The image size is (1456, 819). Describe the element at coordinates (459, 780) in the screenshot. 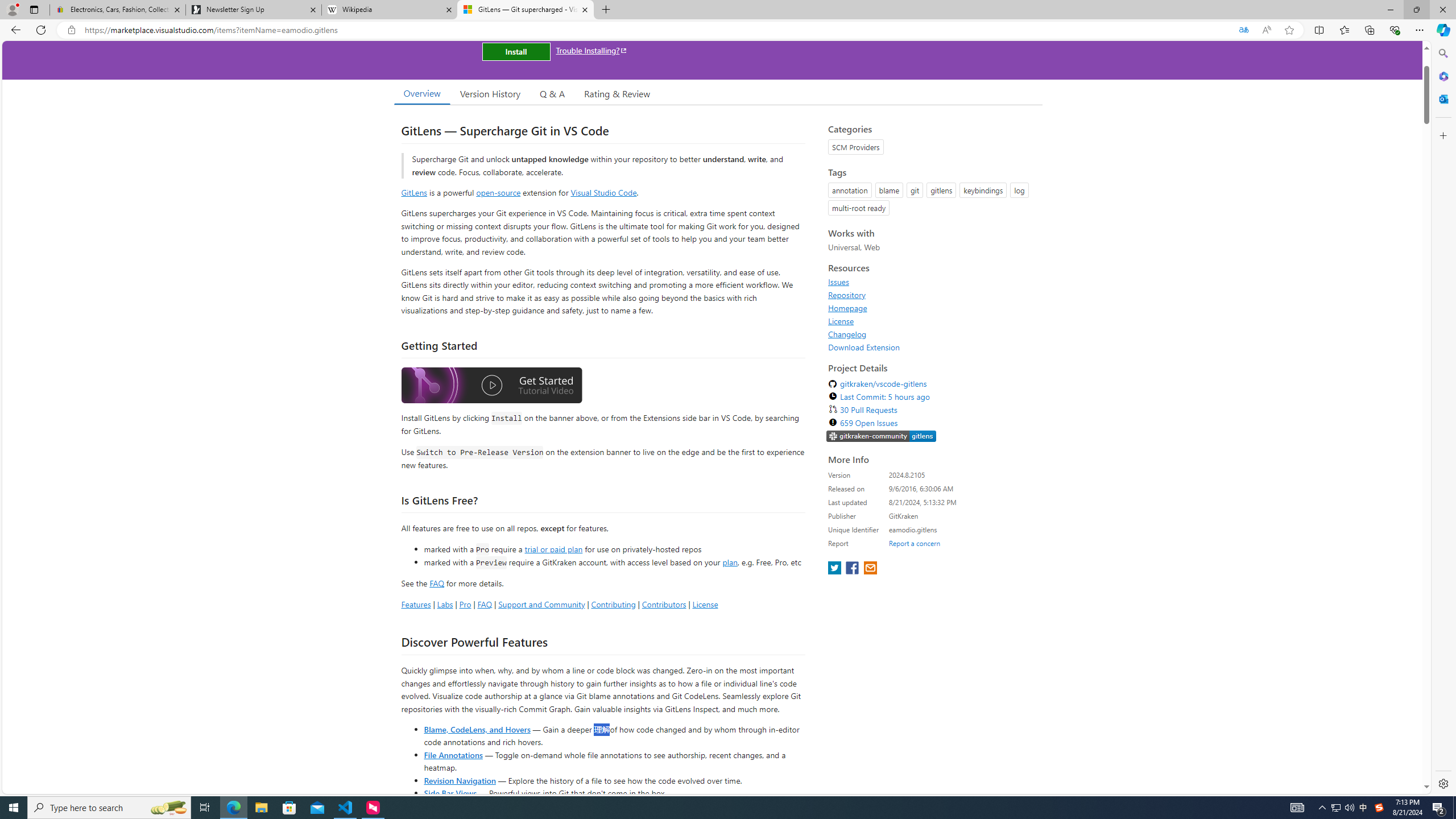

I see `'Revision Navigation'` at that location.